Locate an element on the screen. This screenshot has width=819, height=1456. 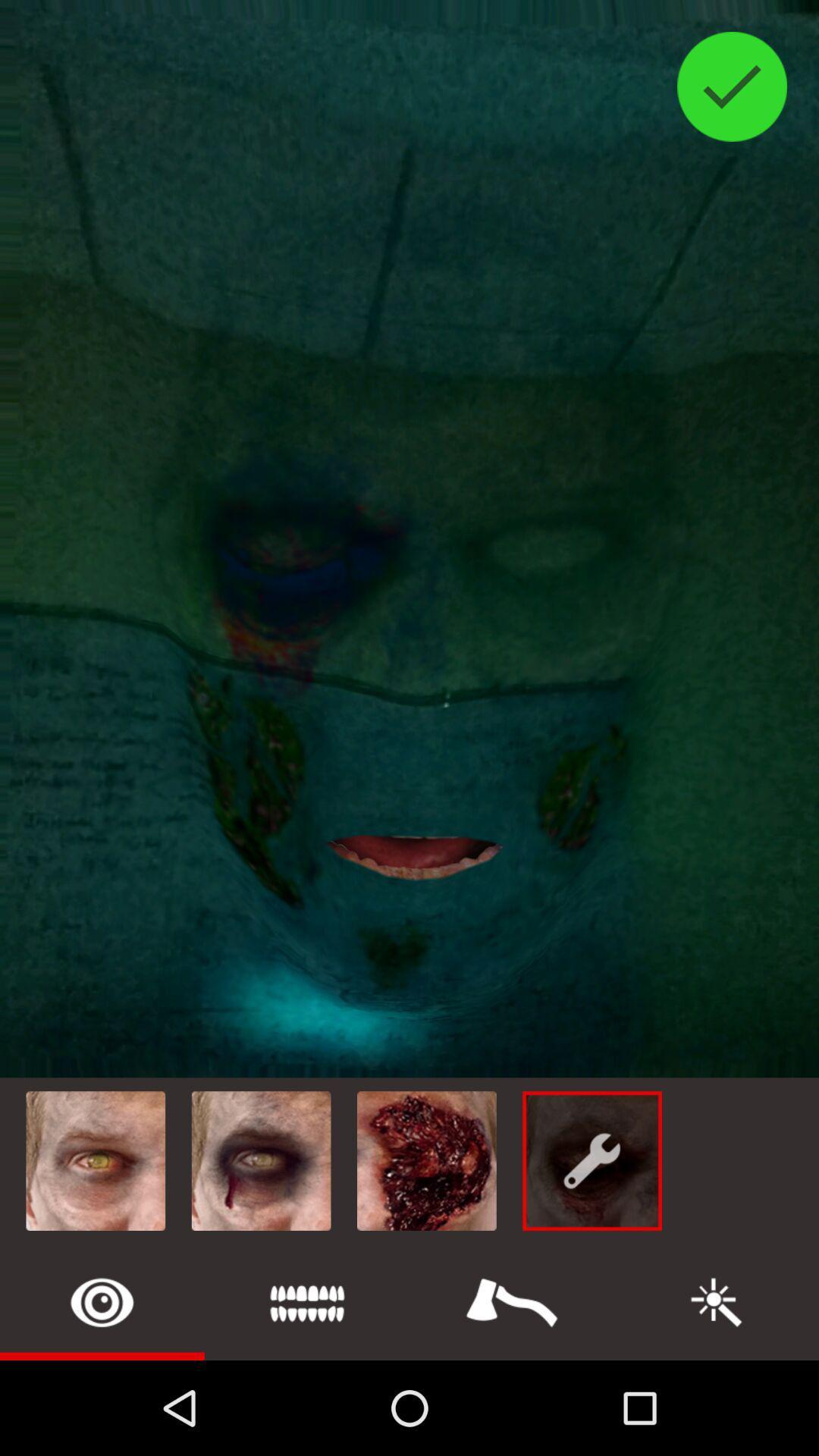
use hatchet is located at coordinates (512, 1301).